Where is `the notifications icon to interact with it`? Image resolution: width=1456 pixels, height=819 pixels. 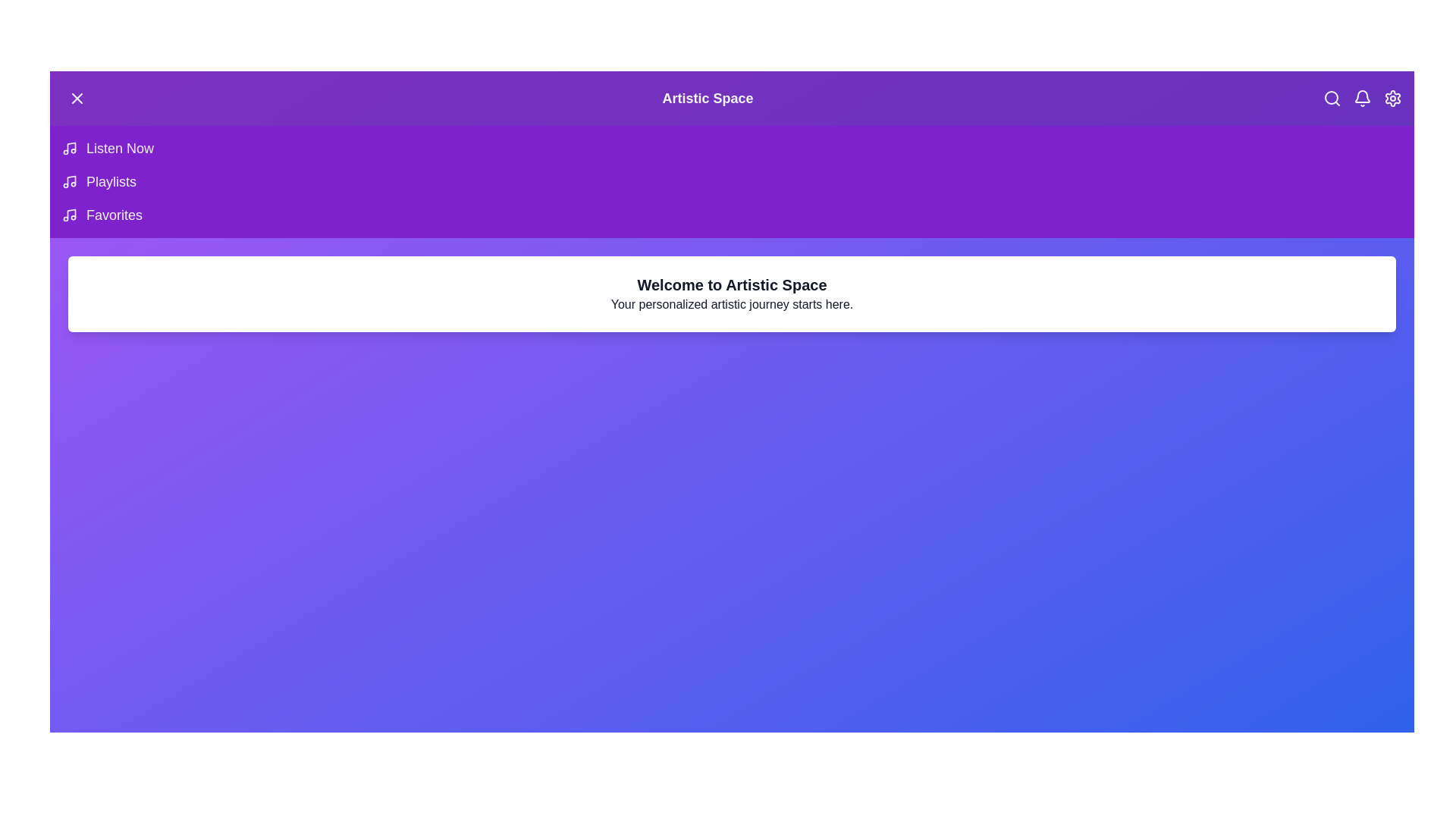
the notifications icon to interact with it is located at coordinates (1362, 99).